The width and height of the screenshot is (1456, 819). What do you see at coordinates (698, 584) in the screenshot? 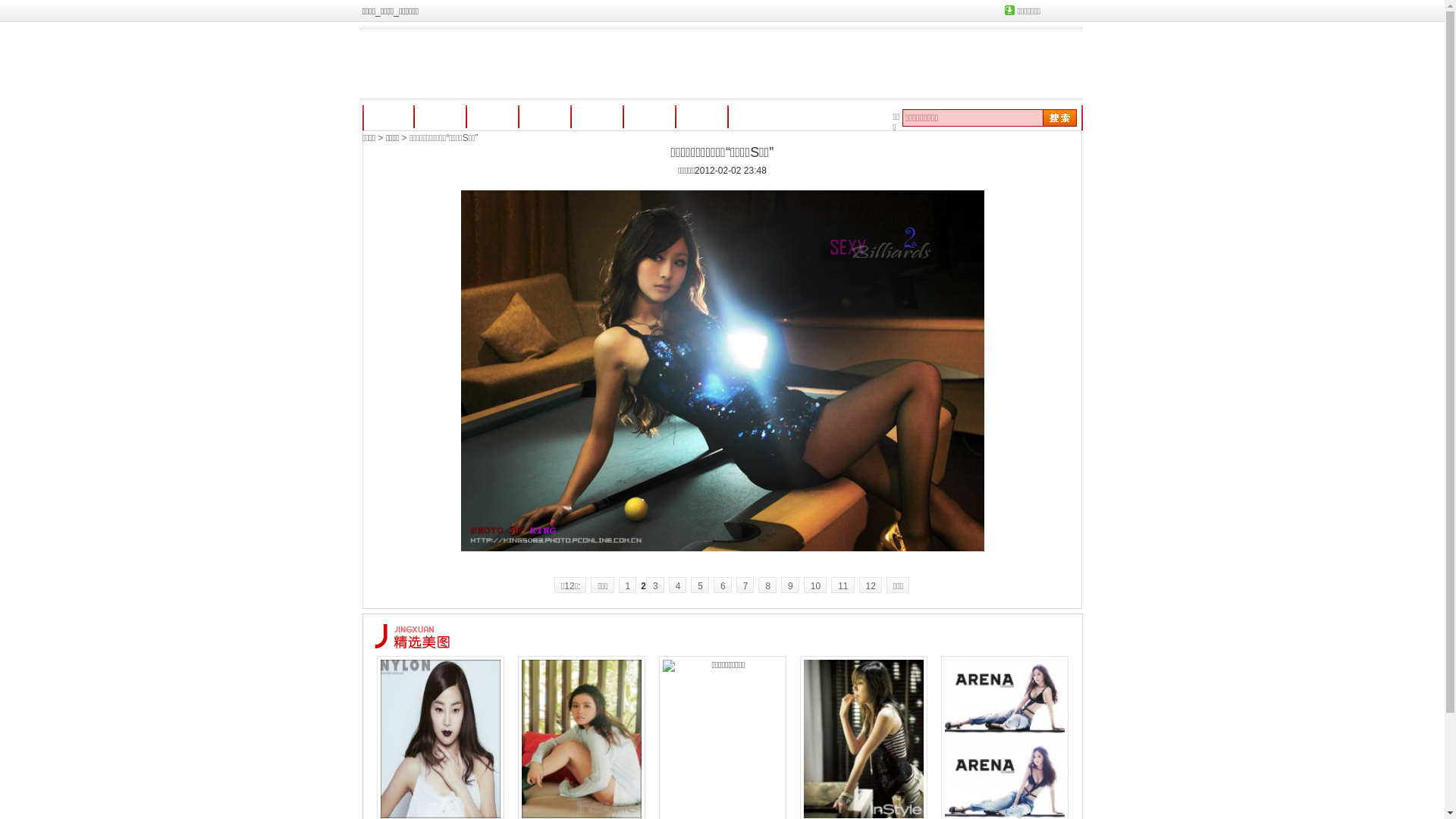
I see `'5'` at bounding box center [698, 584].